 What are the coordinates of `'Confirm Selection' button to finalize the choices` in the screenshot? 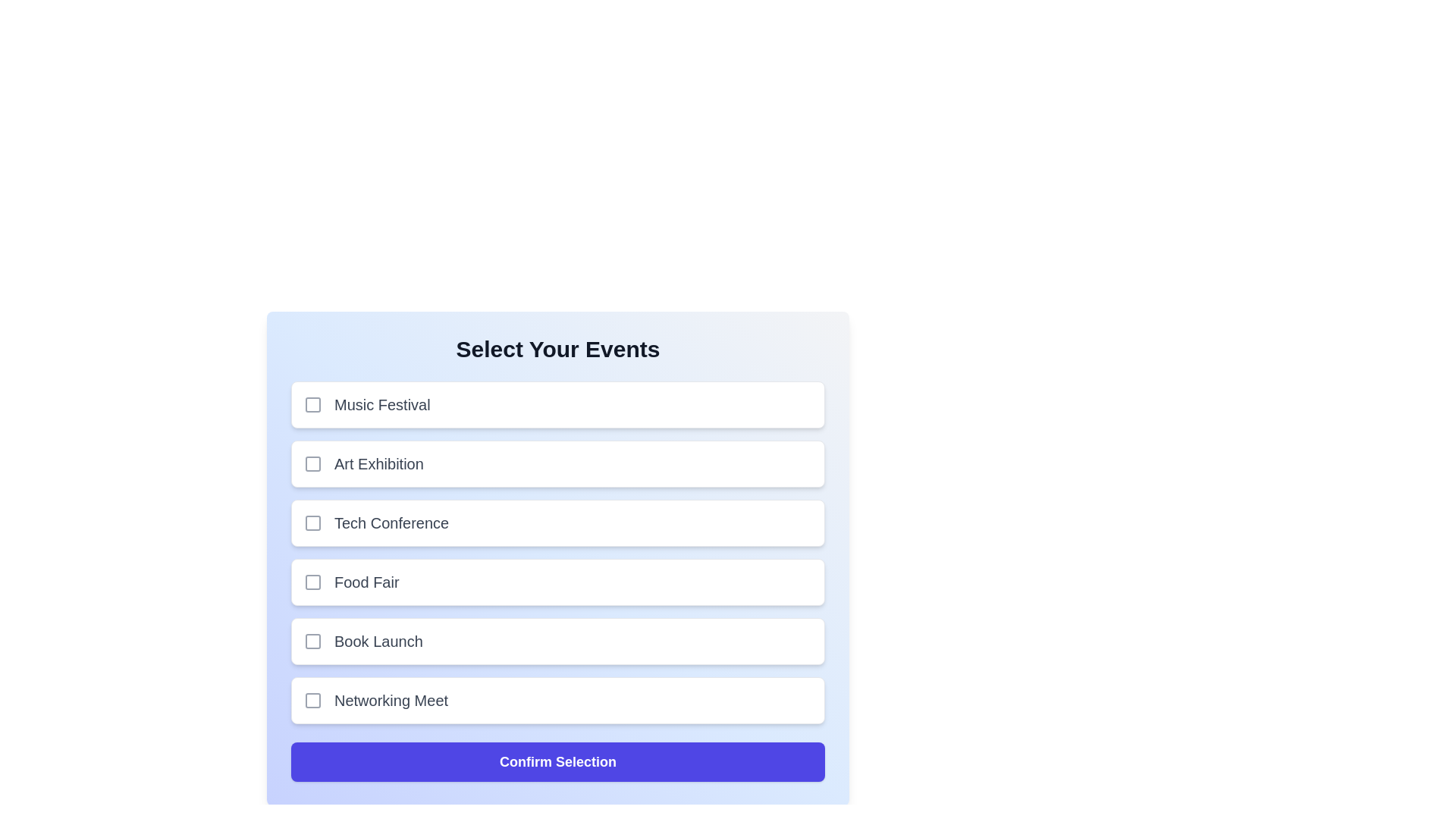 It's located at (557, 762).